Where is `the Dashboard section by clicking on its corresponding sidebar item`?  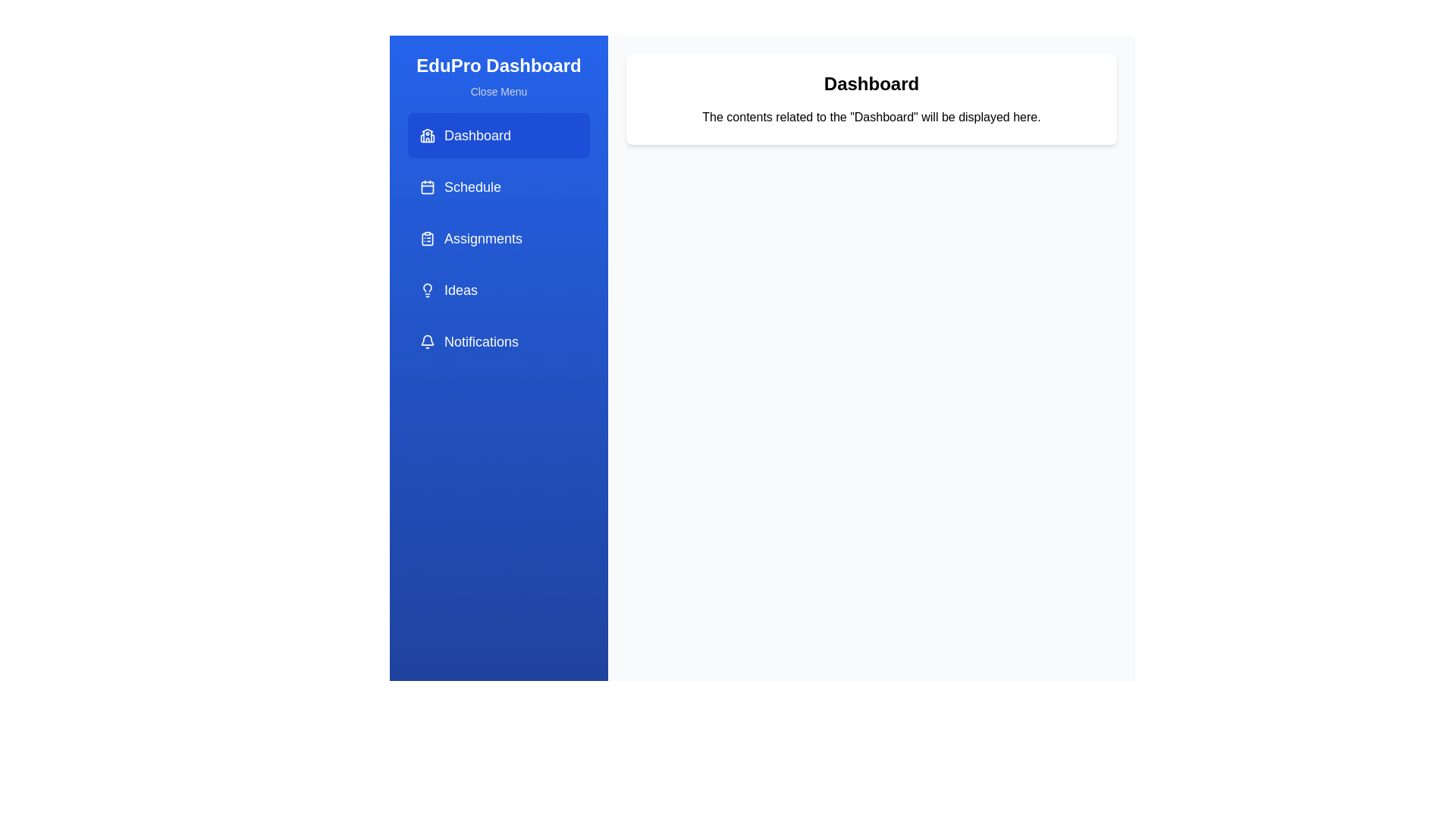
the Dashboard section by clicking on its corresponding sidebar item is located at coordinates (498, 134).